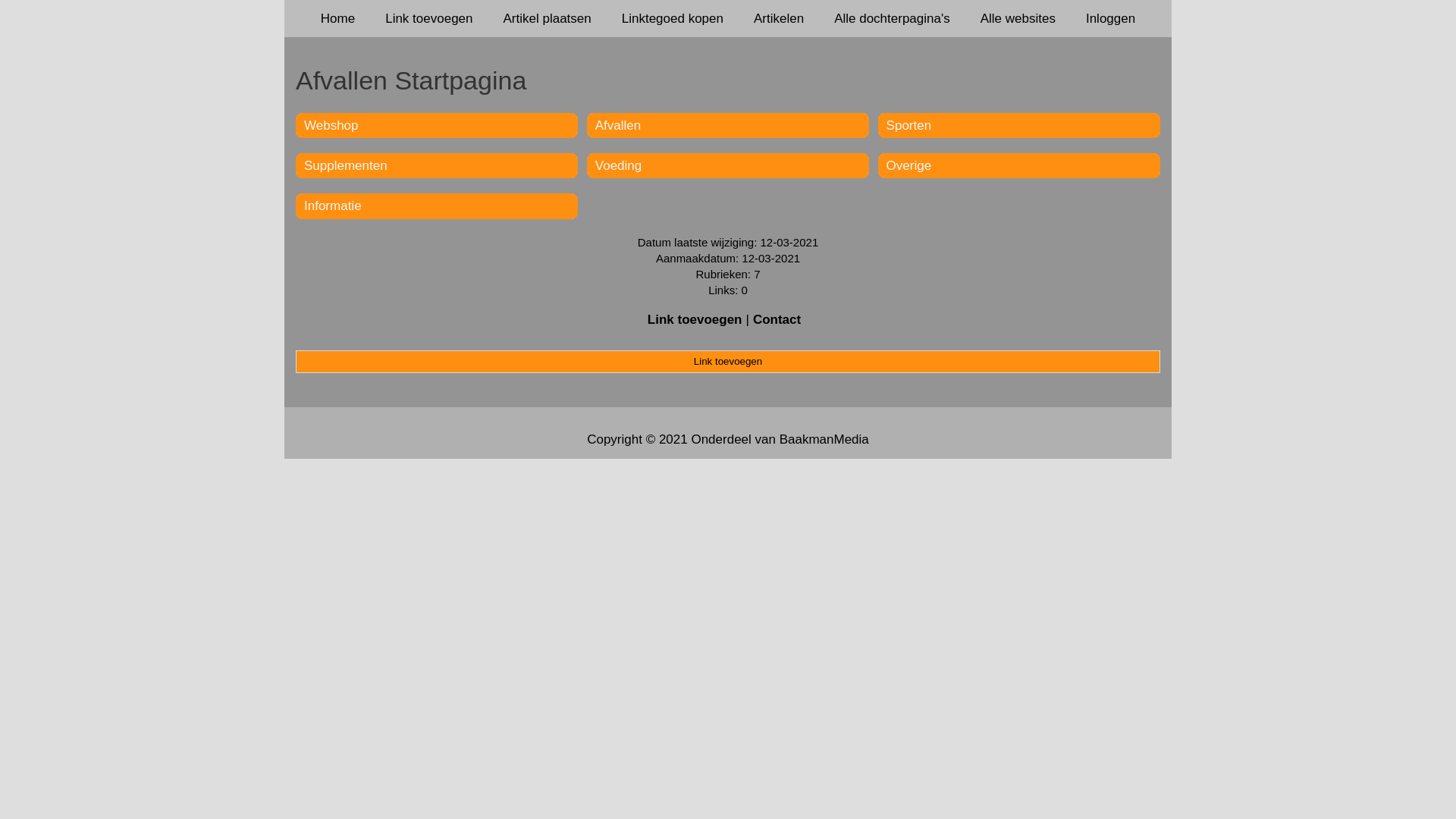 The width and height of the screenshot is (1456, 819). I want to click on 'Contact', so click(753, 318).